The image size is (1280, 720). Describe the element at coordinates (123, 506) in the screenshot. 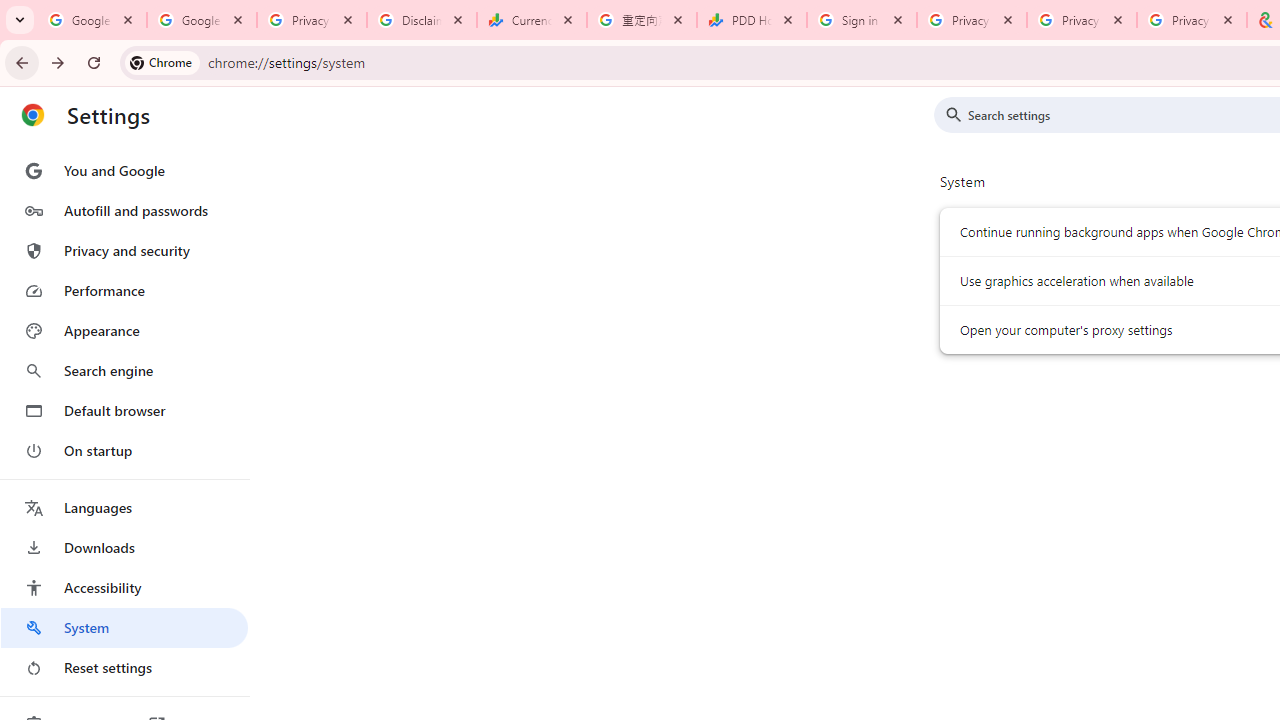

I see `'Languages'` at that location.